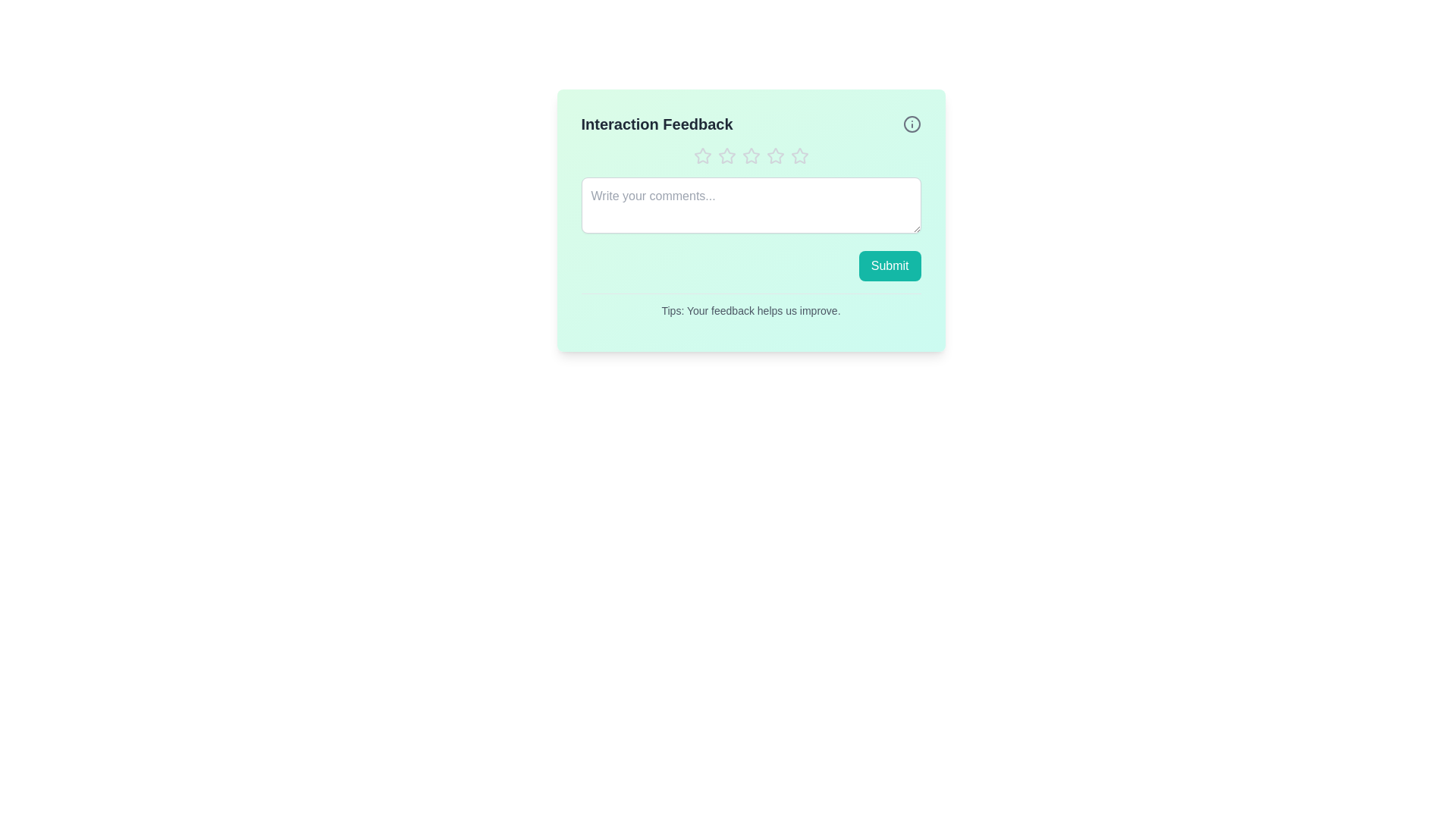 The height and width of the screenshot is (819, 1456). Describe the element at coordinates (799, 155) in the screenshot. I see `the star corresponding to the desired rating 5` at that location.